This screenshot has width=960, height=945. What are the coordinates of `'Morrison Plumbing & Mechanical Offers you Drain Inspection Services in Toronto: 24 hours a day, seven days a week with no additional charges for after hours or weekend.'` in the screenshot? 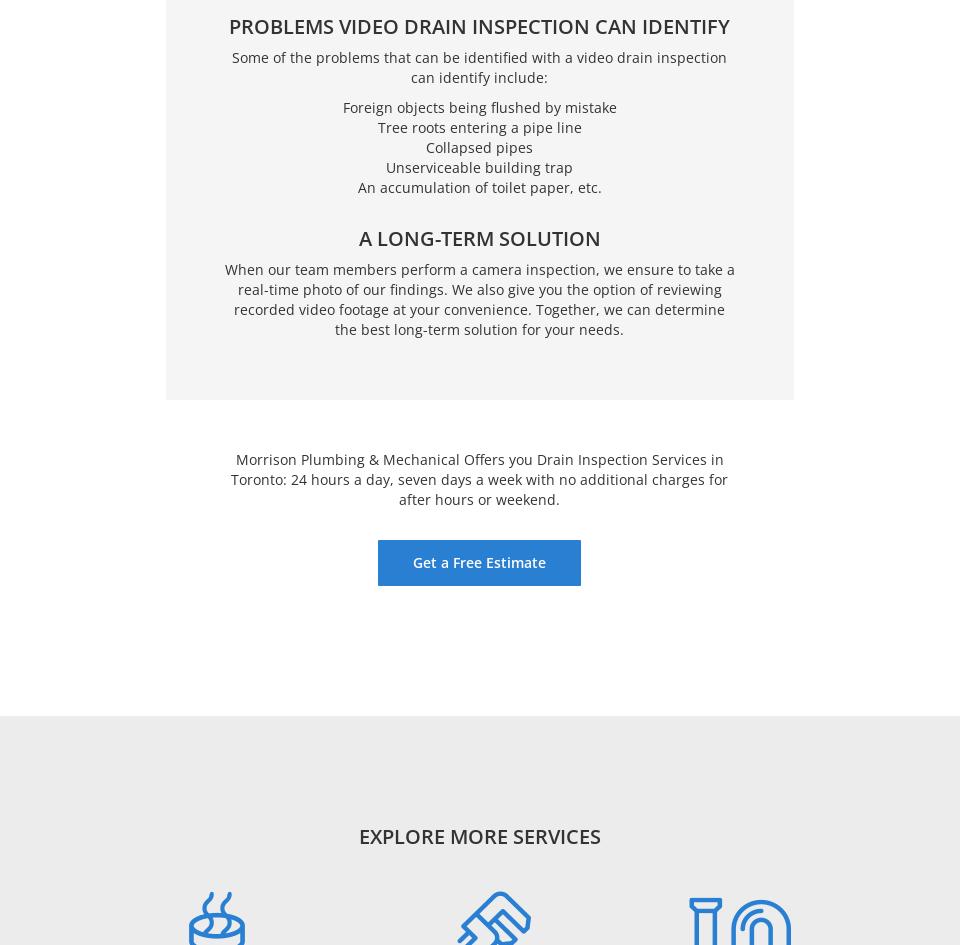 It's located at (479, 477).